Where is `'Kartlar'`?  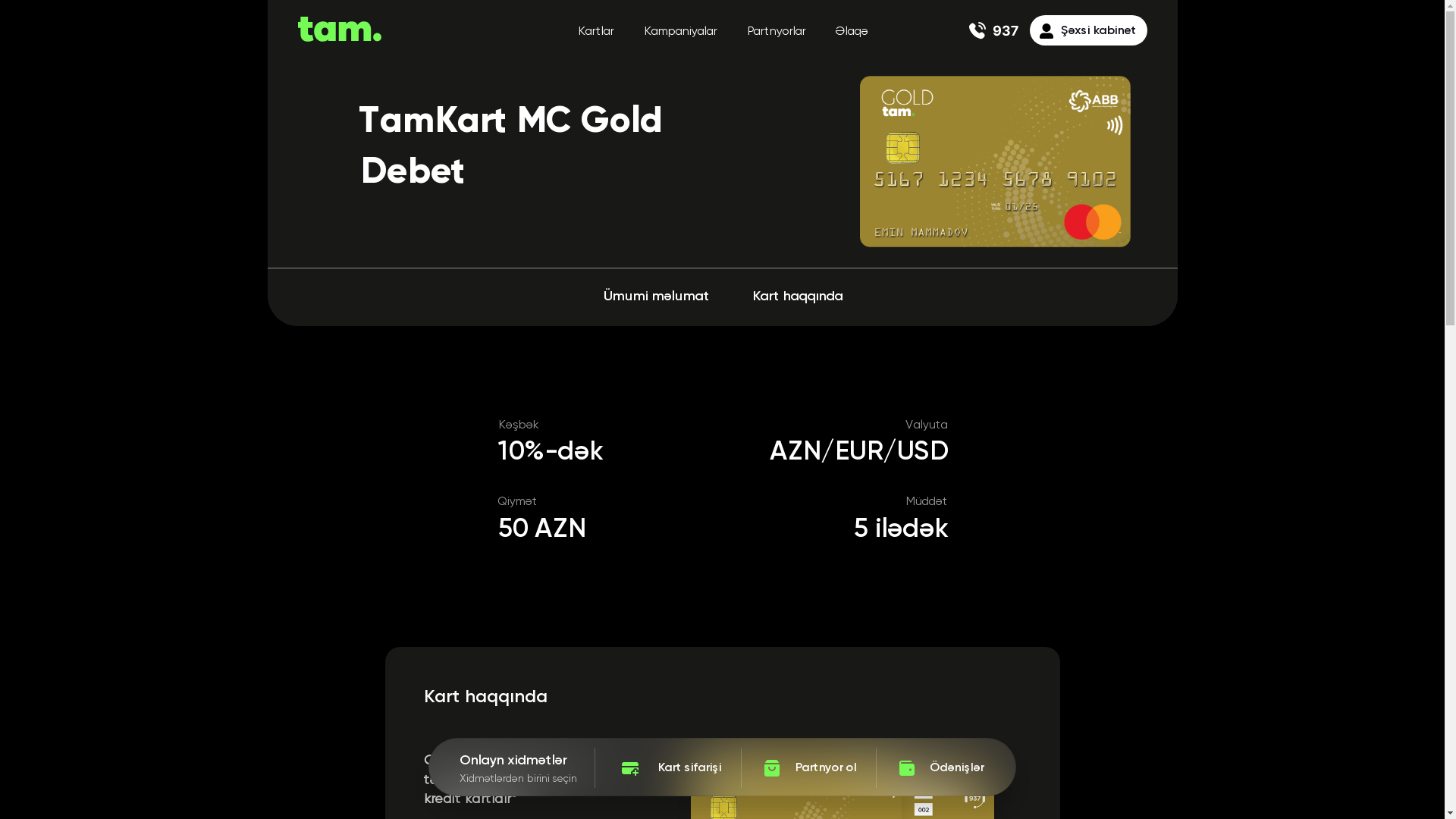
'Kartlar' is located at coordinates (595, 32).